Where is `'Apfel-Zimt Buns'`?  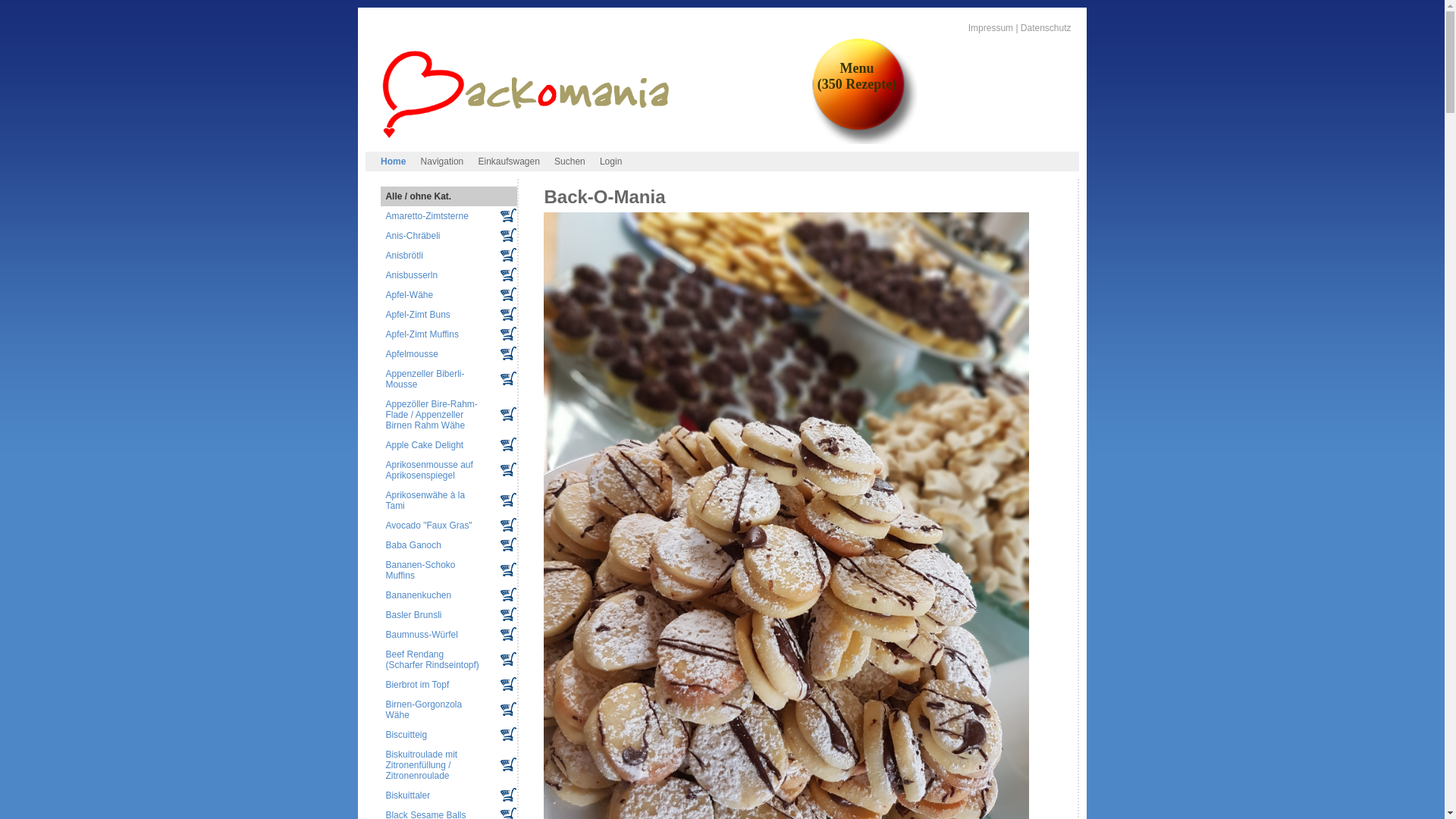
'Apfel-Zimt Buns' is located at coordinates (417, 314).